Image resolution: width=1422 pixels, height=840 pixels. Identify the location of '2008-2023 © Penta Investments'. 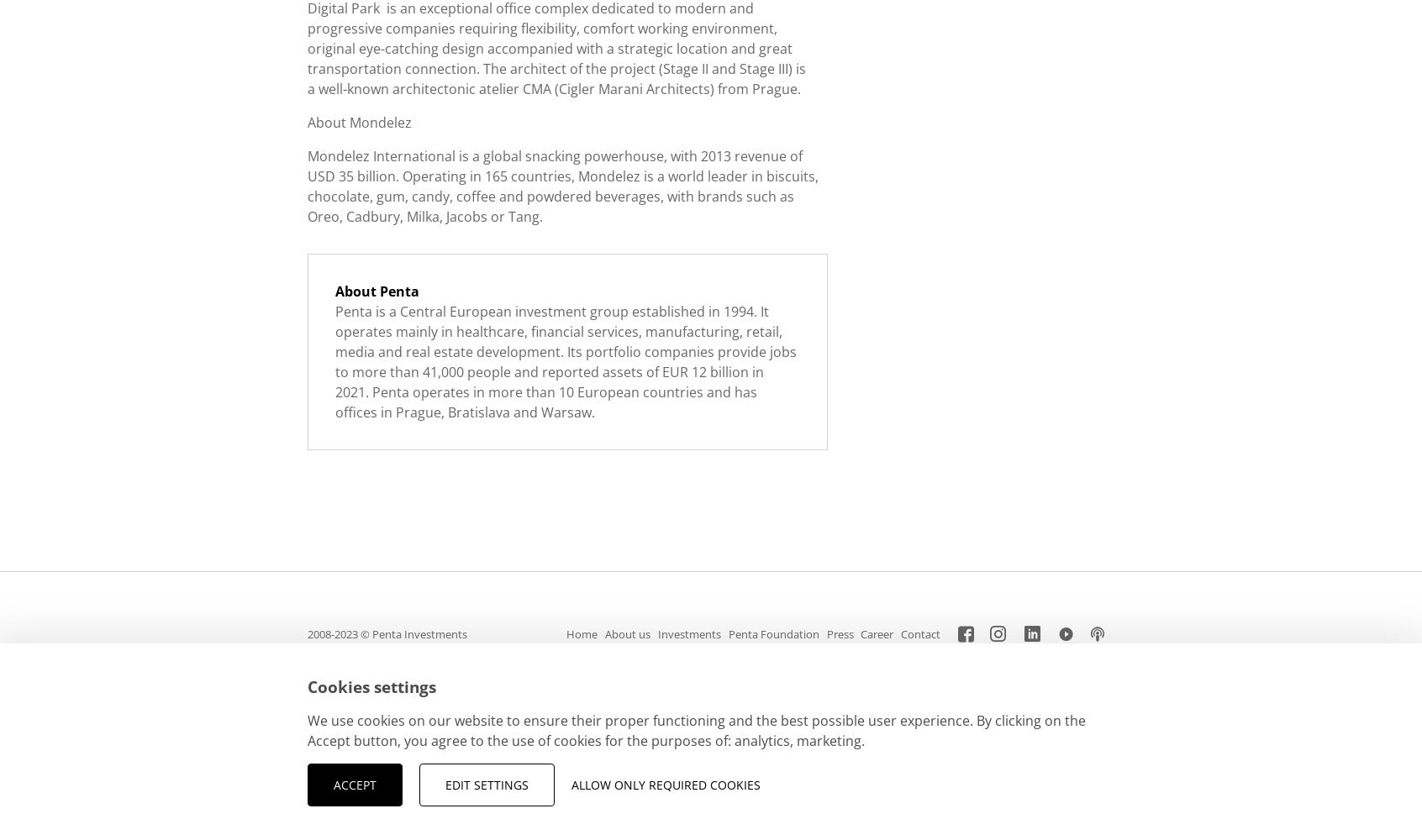
(387, 634).